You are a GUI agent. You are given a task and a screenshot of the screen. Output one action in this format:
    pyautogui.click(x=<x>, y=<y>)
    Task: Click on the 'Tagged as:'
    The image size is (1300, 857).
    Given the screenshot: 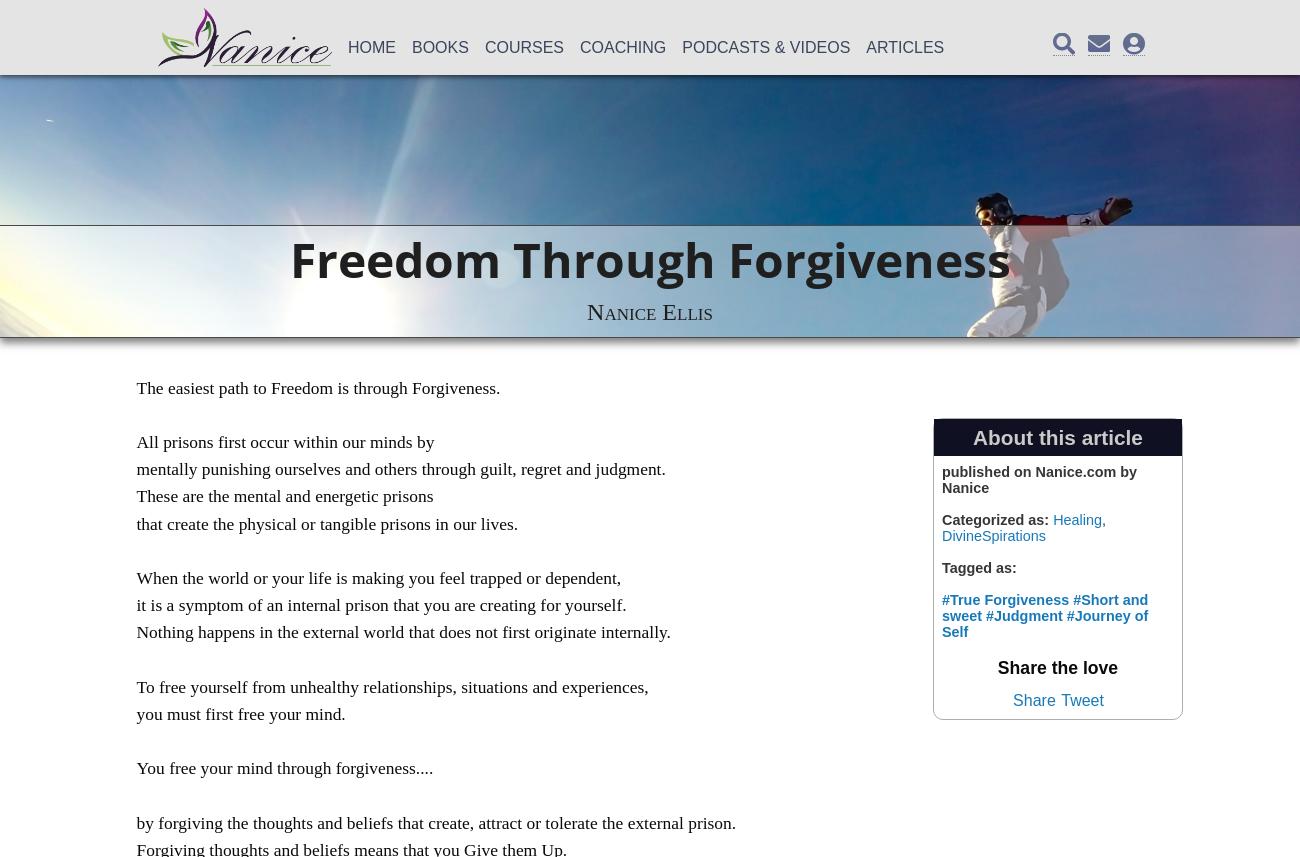 What is the action you would take?
    pyautogui.click(x=941, y=566)
    